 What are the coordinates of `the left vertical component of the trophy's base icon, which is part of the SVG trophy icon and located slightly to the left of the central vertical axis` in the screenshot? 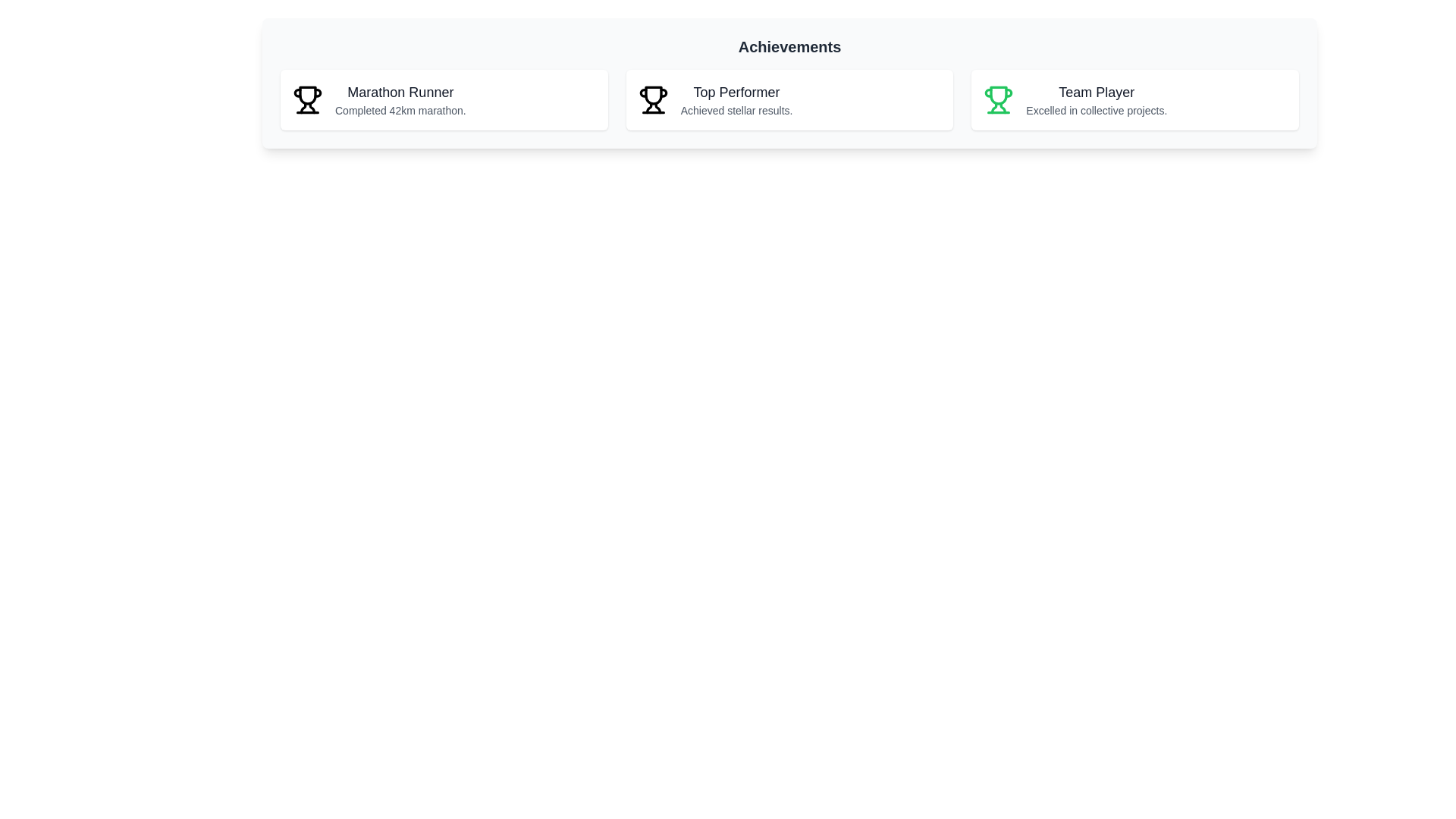 It's located at (303, 107).